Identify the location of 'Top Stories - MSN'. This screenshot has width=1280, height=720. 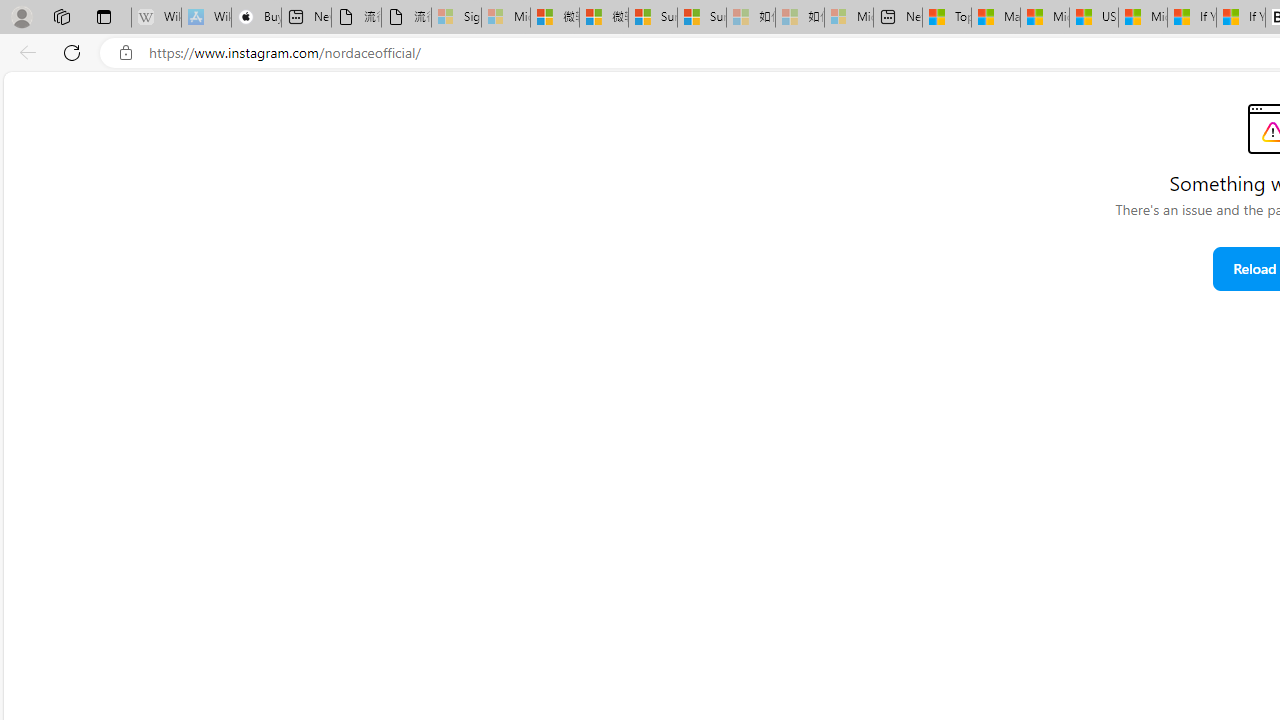
(946, 17).